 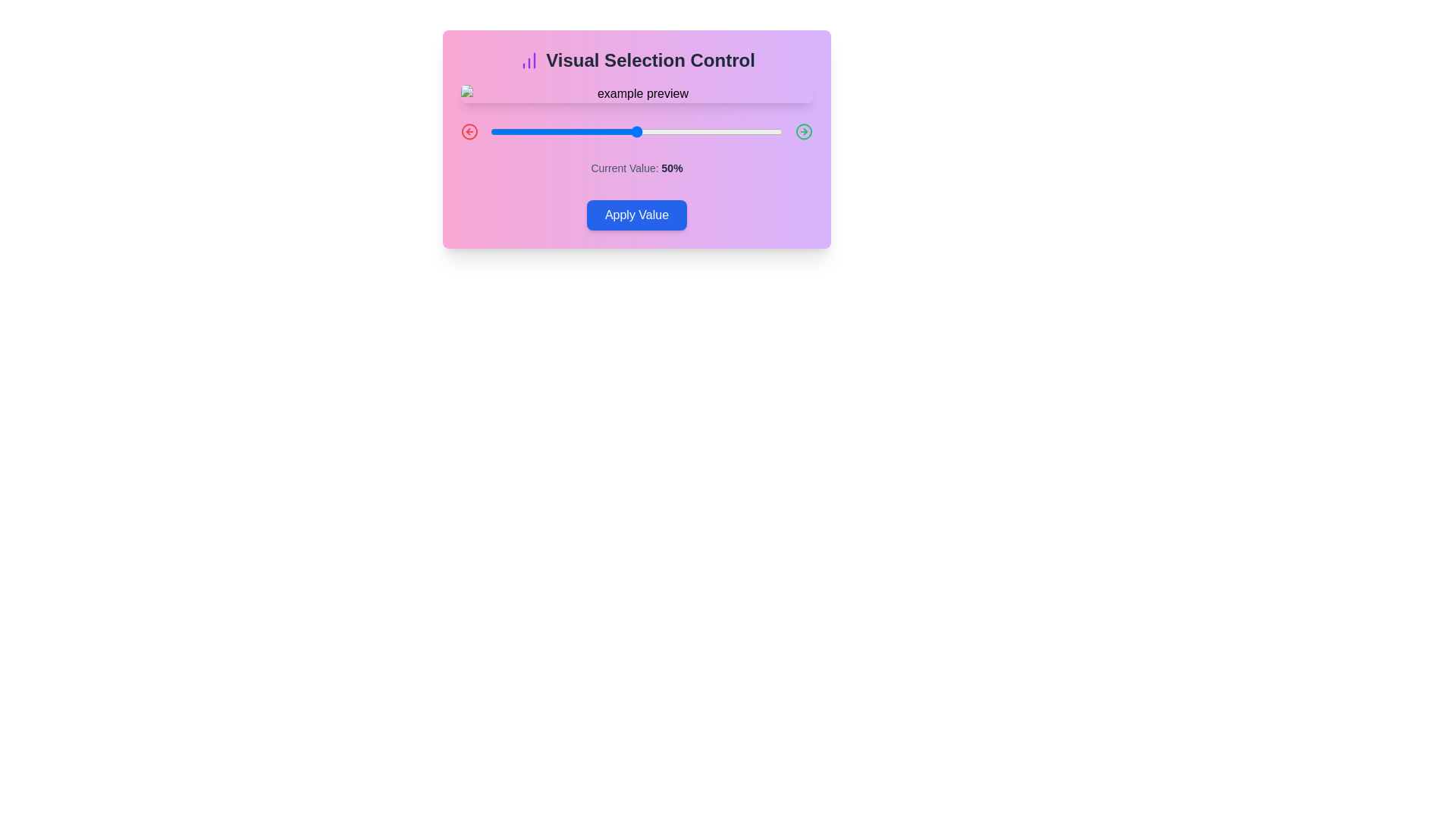 I want to click on the left arrow icon to adjust the value, so click(x=469, y=130).